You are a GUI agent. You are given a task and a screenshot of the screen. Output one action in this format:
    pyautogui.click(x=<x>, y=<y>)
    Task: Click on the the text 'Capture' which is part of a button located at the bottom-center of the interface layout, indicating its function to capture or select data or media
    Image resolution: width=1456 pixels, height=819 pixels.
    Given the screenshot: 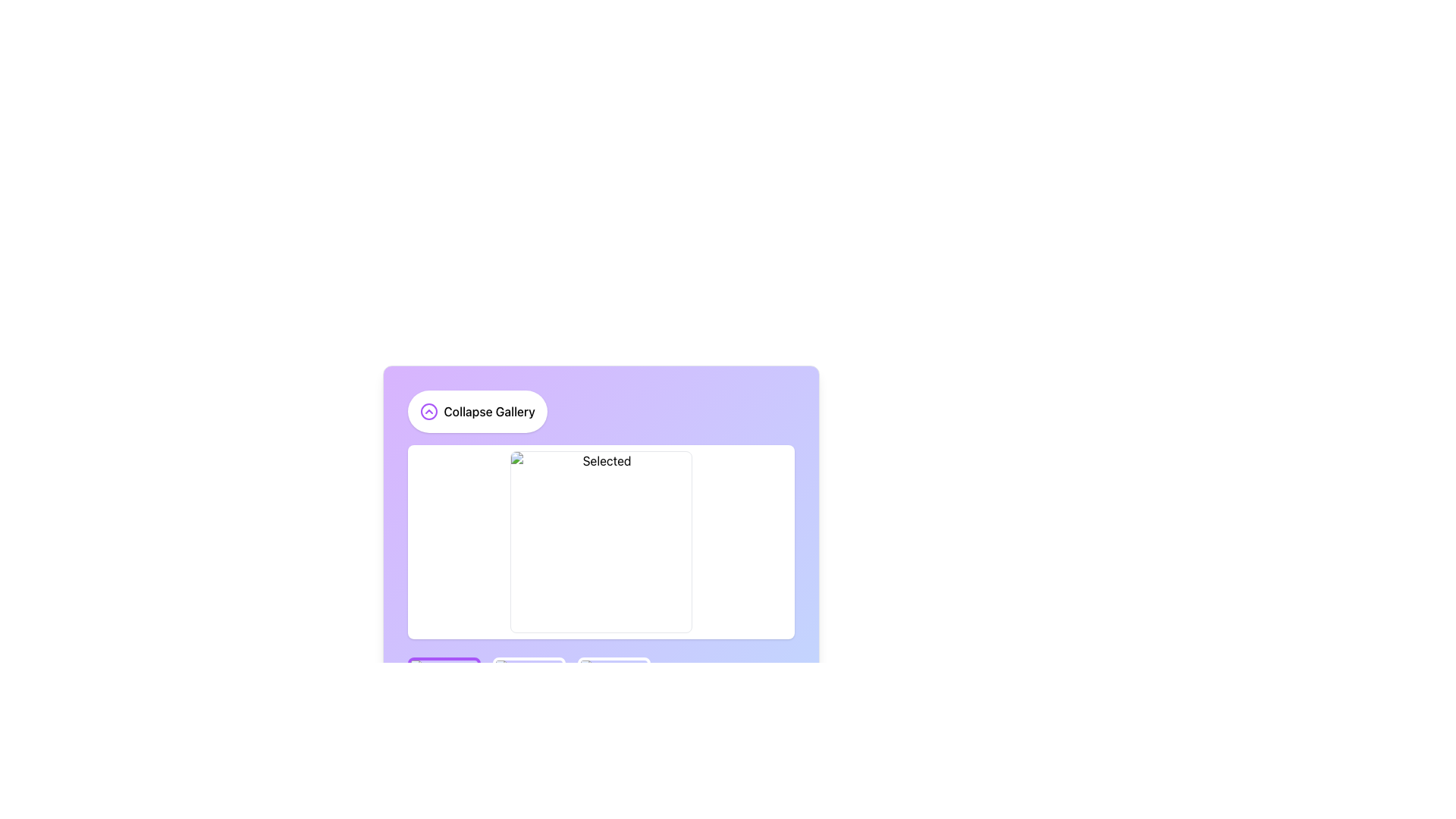 What is the action you would take?
    pyautogui.click(x=505, y=786)
    